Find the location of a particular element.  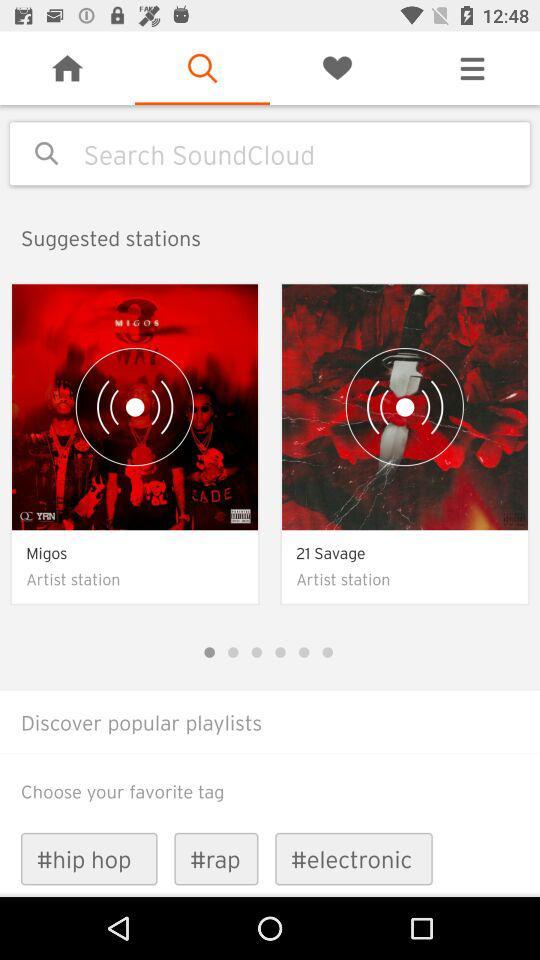

the item below the choose your favorite icon is located at coordinates (215, 858).